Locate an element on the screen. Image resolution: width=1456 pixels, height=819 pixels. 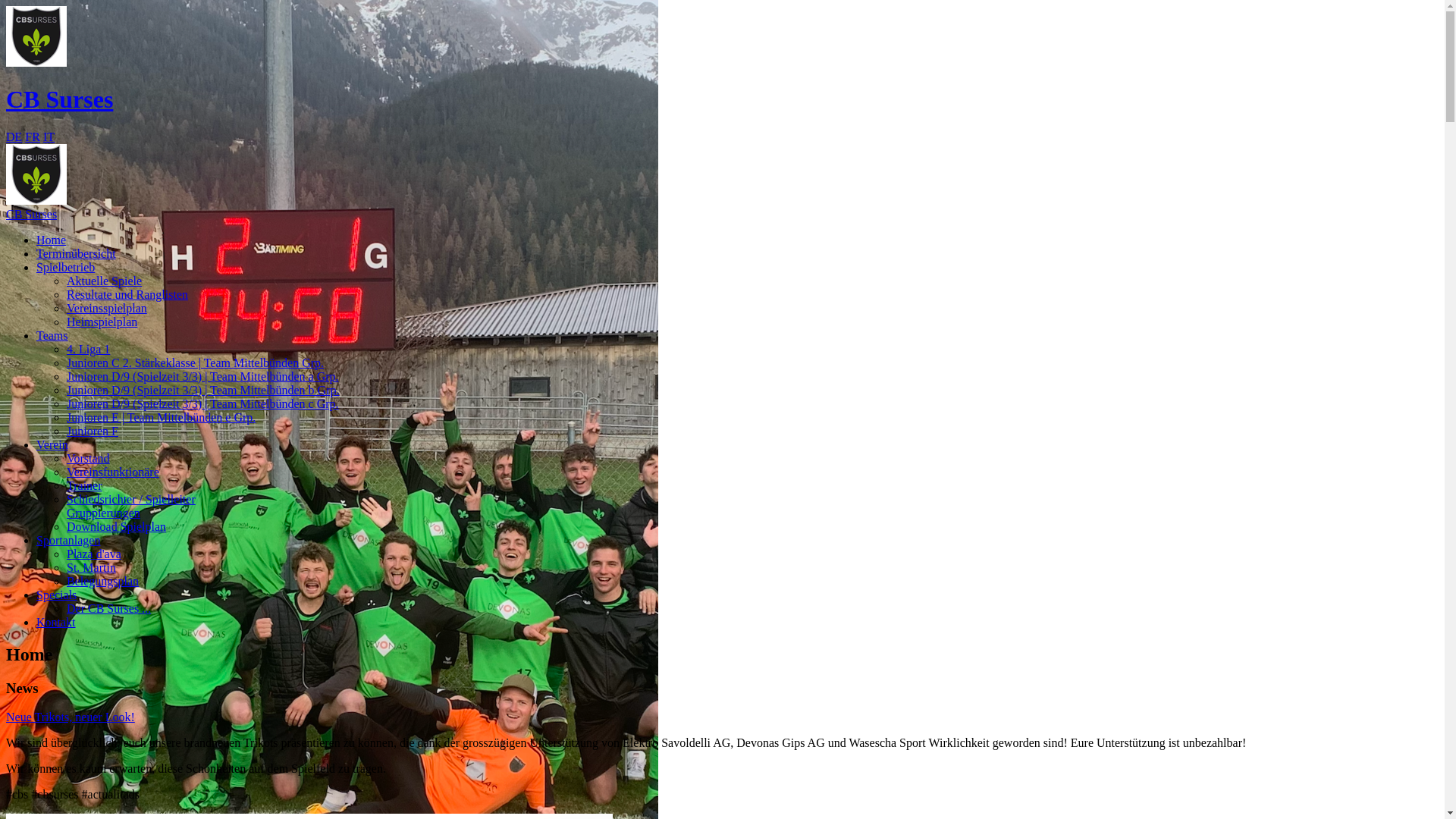
'Vorstand' is located at coordinates (87, 457).